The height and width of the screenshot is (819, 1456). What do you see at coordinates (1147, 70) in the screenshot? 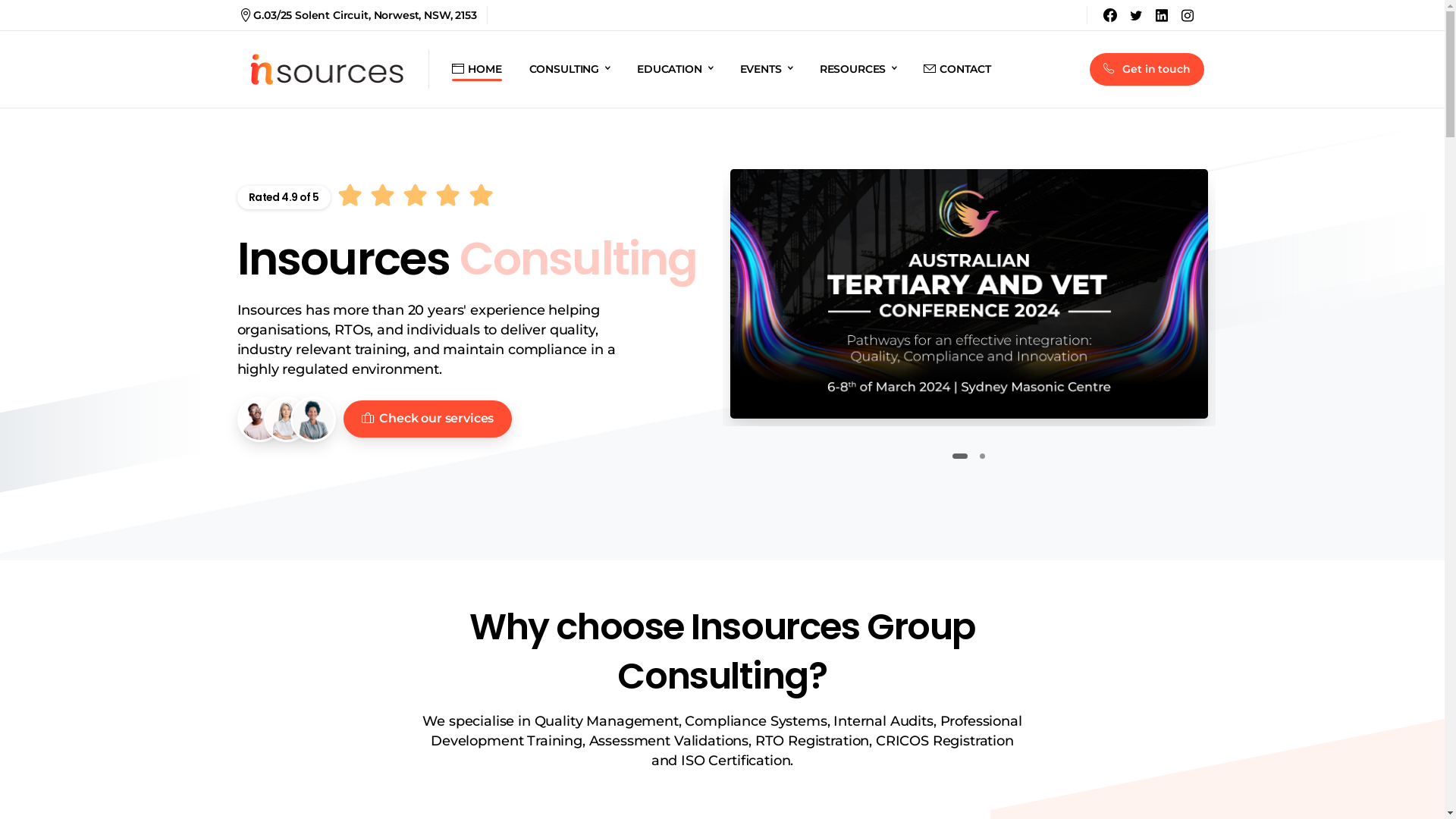
I see `'Get in touch'` at bounding box center [1147, 70].